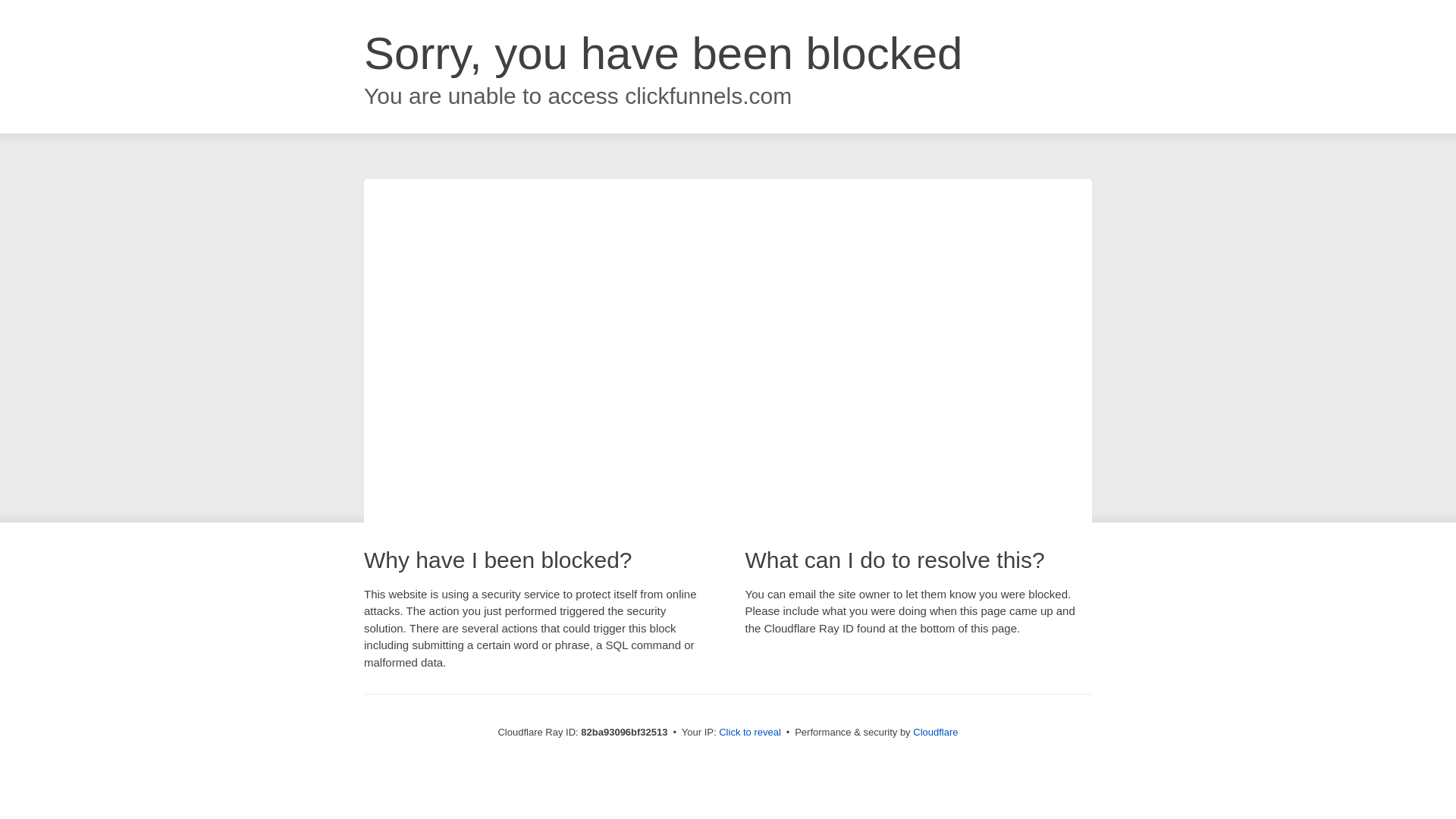  What do you see at coordinates (934, 731) in the screenshot?
I see `'Cloudflare'` at bounding box center [934, 731].